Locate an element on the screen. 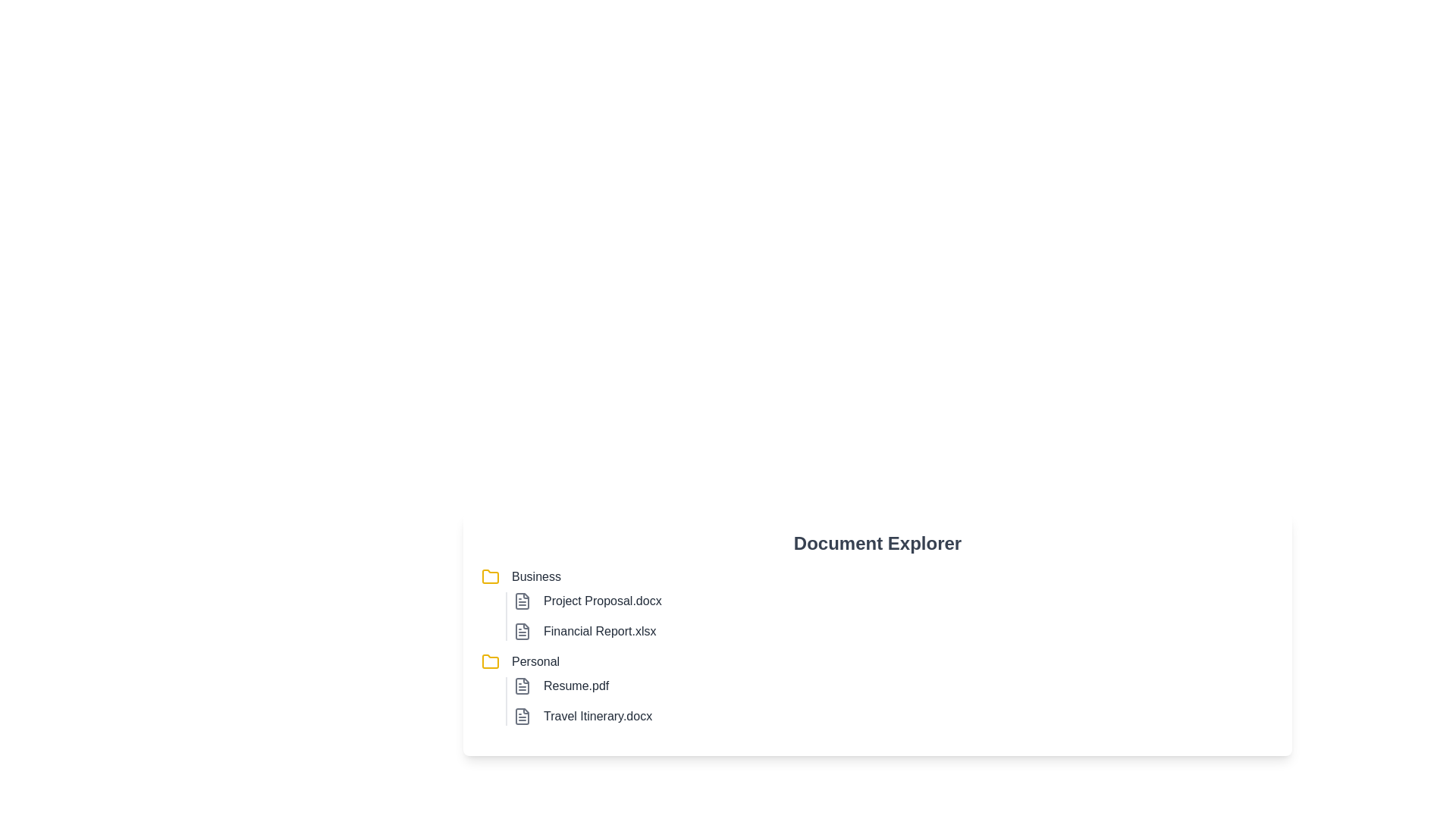 The width and height of the screenshot is (1456, 819). the header text label 'Document Explorer' which is prominently displayed in bold and large dark gray font at the top of the document hierarchy section is located at coordinates (877, 543).